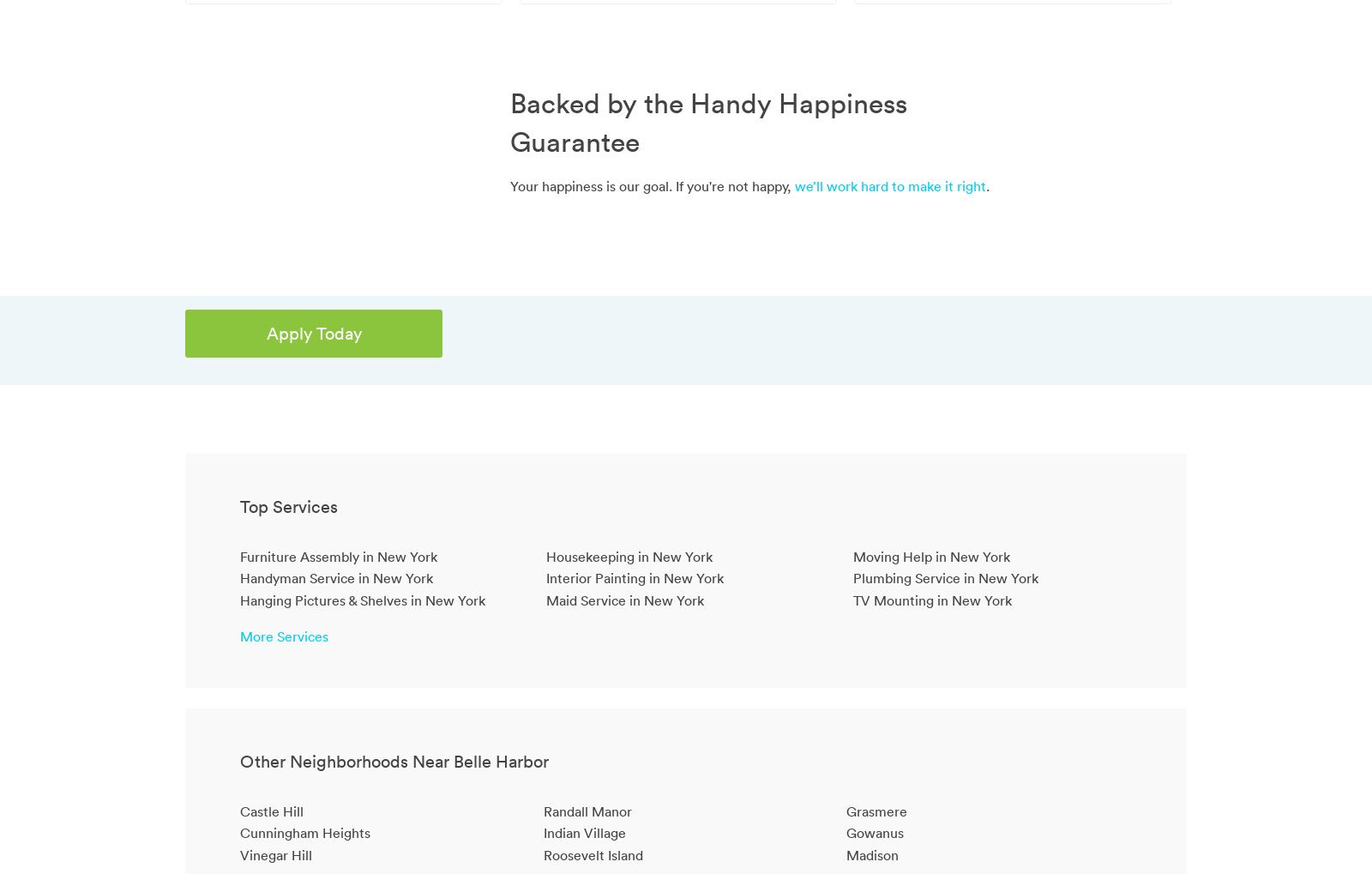 The height and width of the screenshot is (874, 1372). I want to click on 'Plumbing Service in New York', so click(944, 576).